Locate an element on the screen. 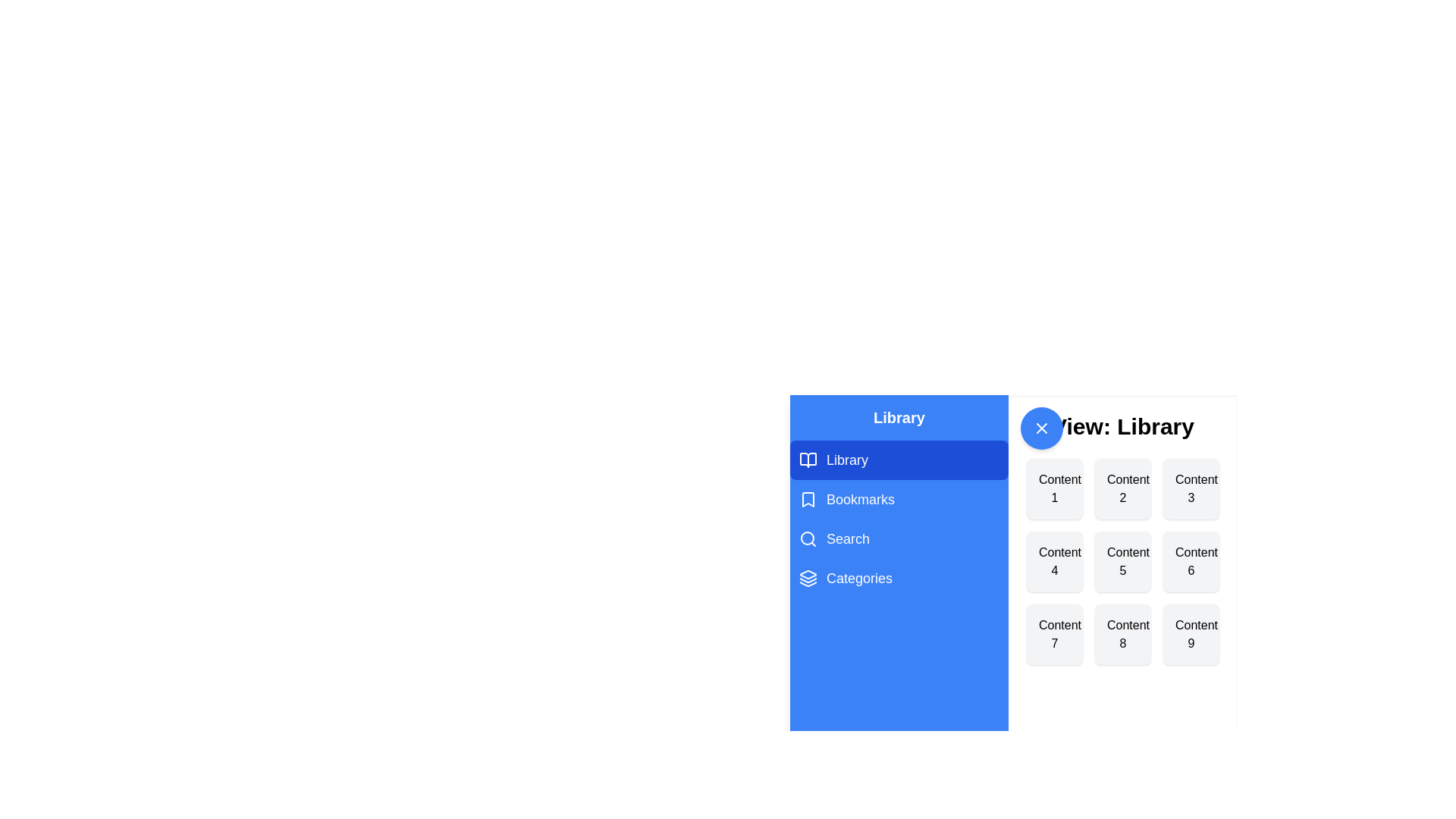 The height and width of the screenshot is (819, 1456). the section Search from the sidebar menu is located at coordinates (899, 538).